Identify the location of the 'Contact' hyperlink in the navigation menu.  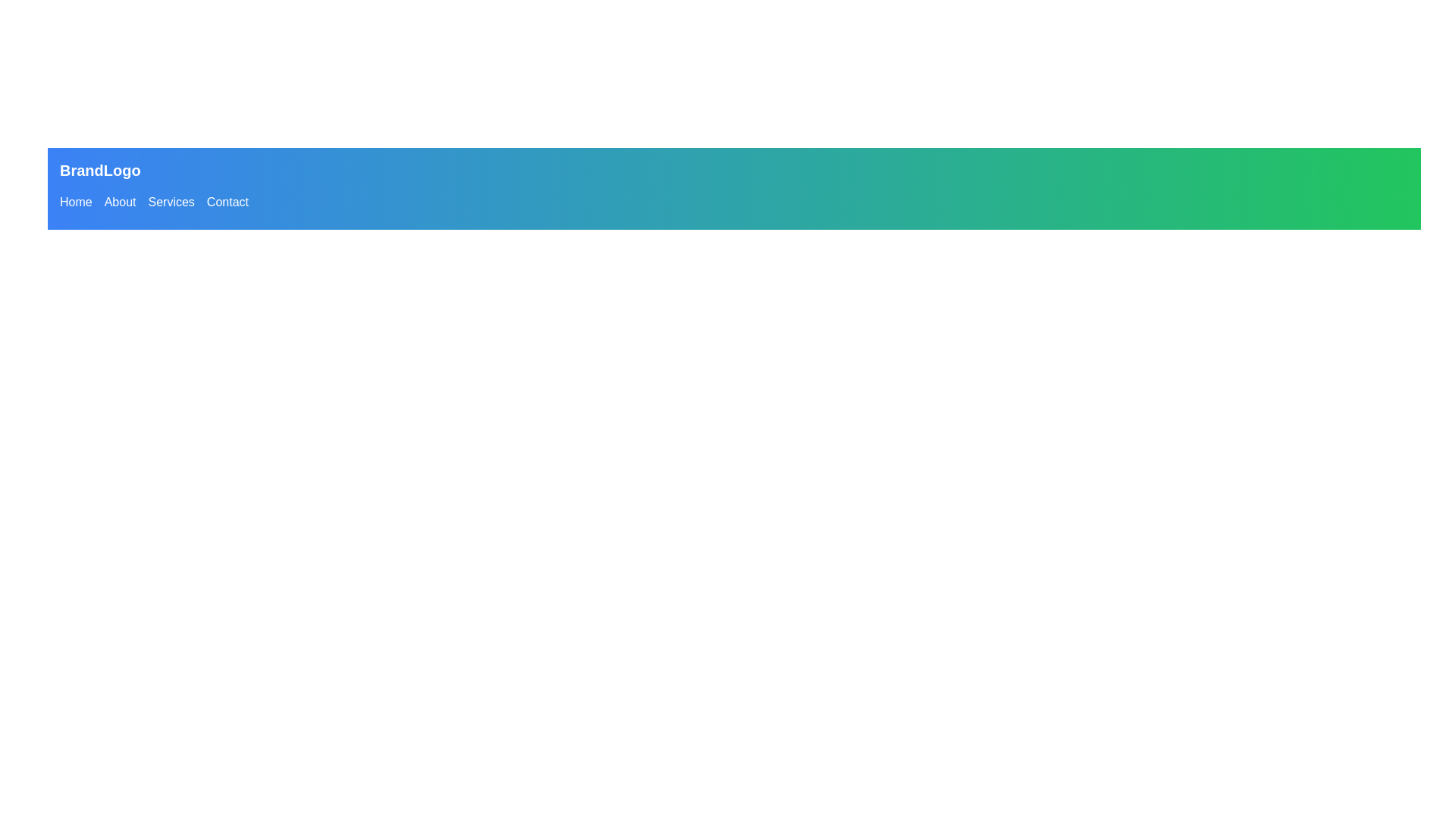
(227, 201).